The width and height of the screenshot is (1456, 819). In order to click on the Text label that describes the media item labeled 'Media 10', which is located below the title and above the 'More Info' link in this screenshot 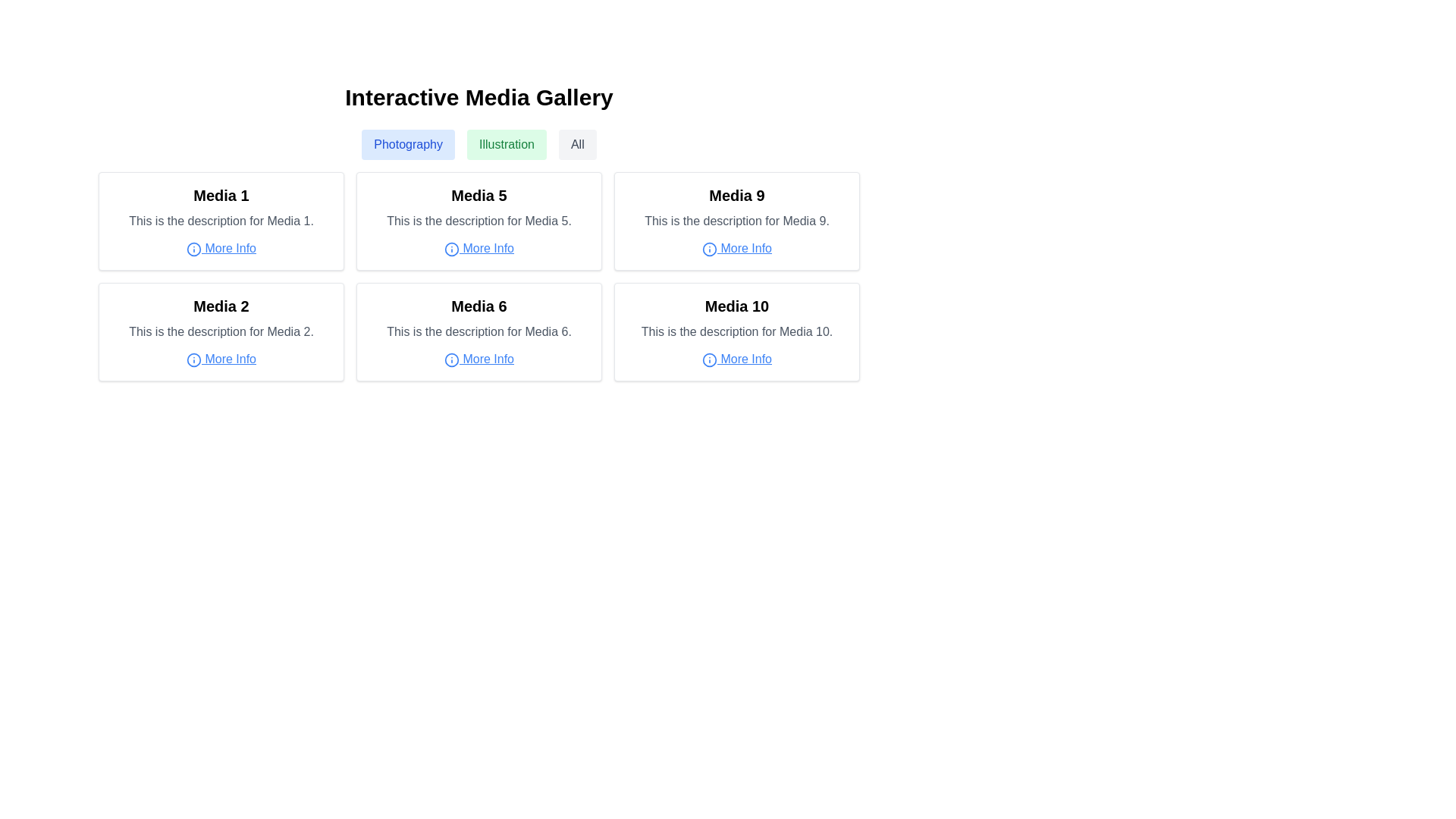, I will do `click(736, 331)`.